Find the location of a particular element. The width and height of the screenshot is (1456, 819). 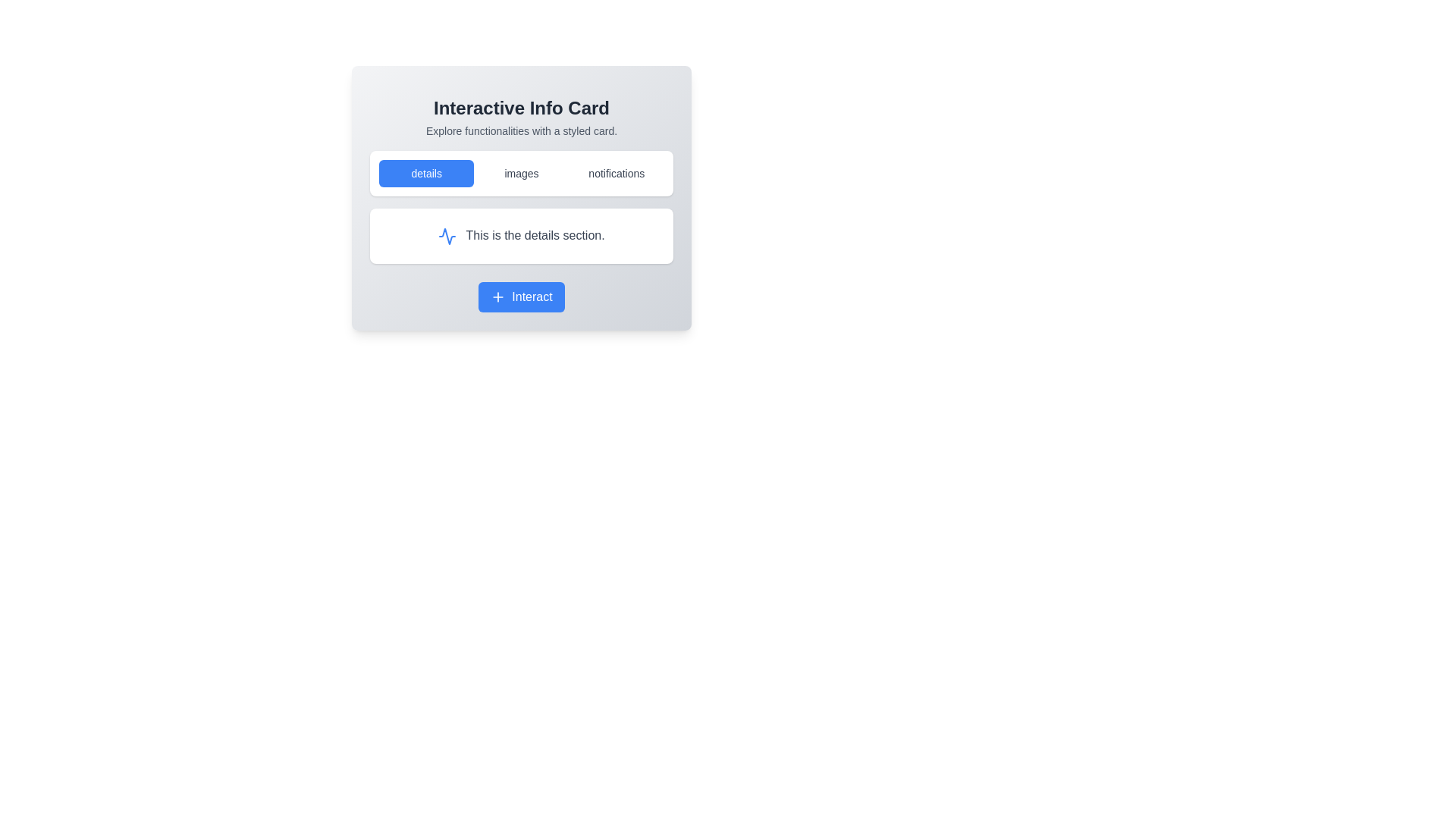

the 'images' button in the Button Group located below the title 'Interactive Info Card' is located at coordinates (521, 172).